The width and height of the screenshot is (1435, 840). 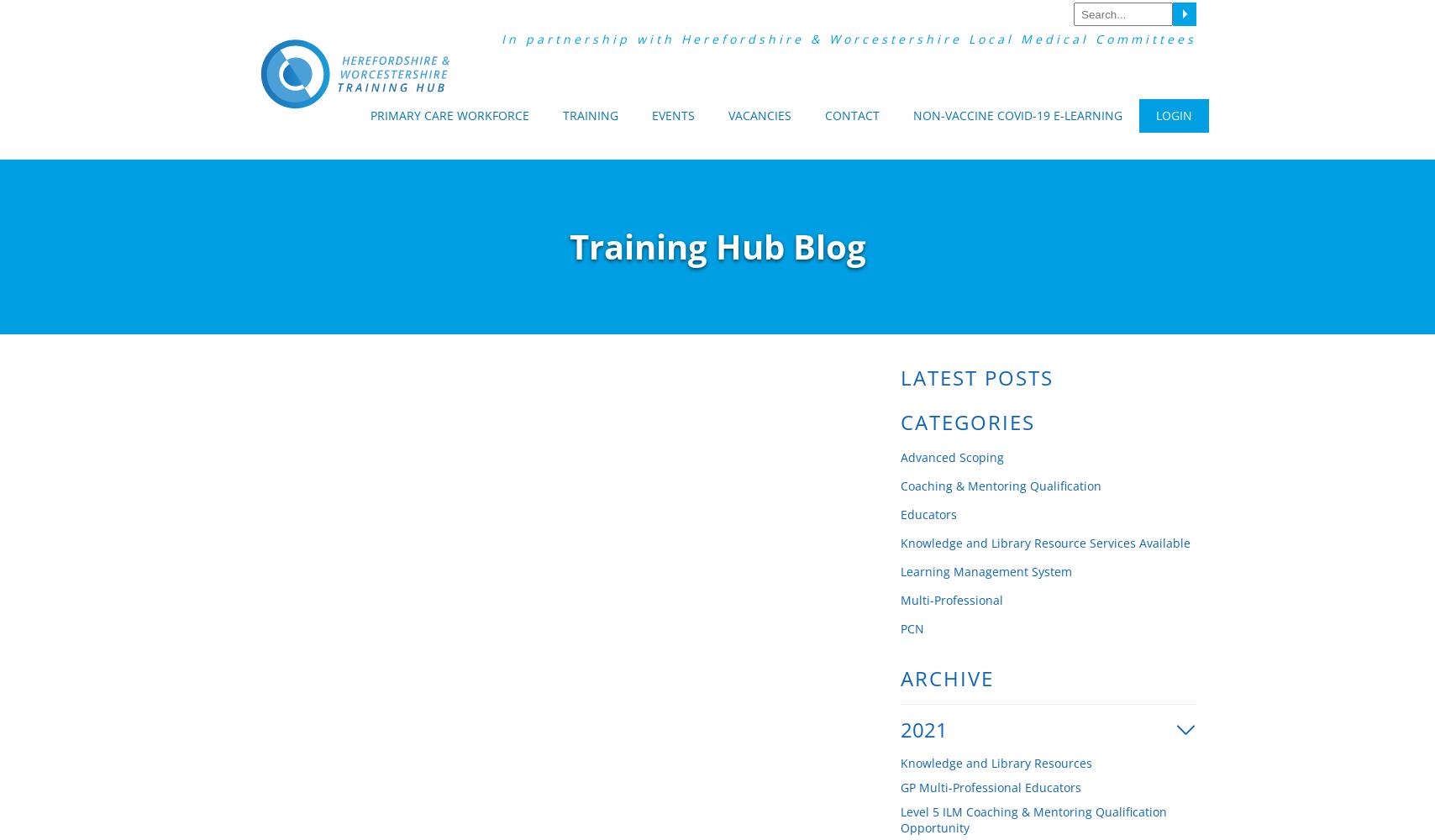 I want to click on 'In partnership with Herefordshire & Worcestershire Local Medical Committees', so click(x=501, y=39).